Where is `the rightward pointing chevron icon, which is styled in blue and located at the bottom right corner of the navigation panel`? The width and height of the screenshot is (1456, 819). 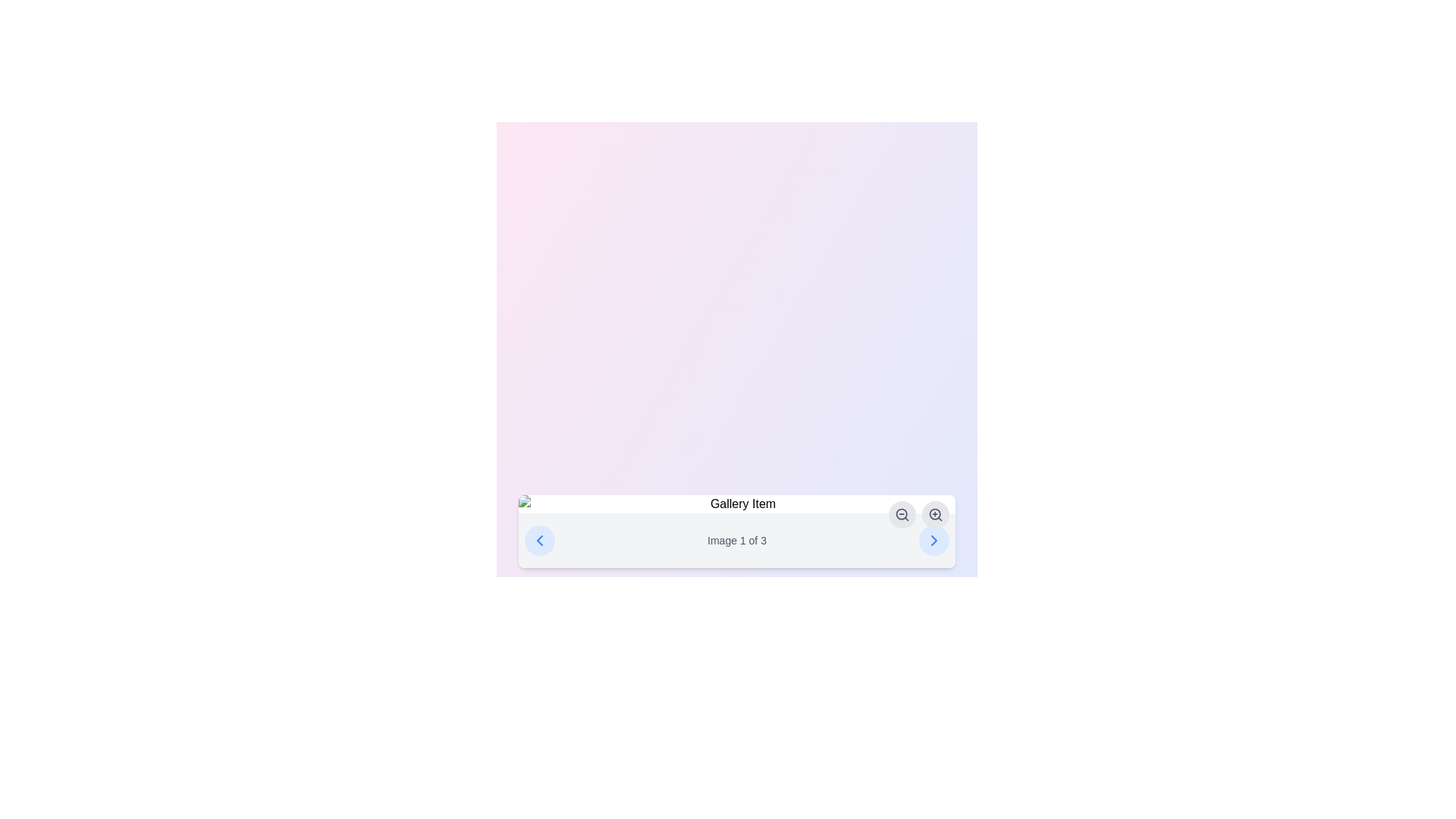
the rightward pointing chevron icon, which is styled in blue and located at the bottom right corner of the navigation panel is located at coordinates (934, 540).